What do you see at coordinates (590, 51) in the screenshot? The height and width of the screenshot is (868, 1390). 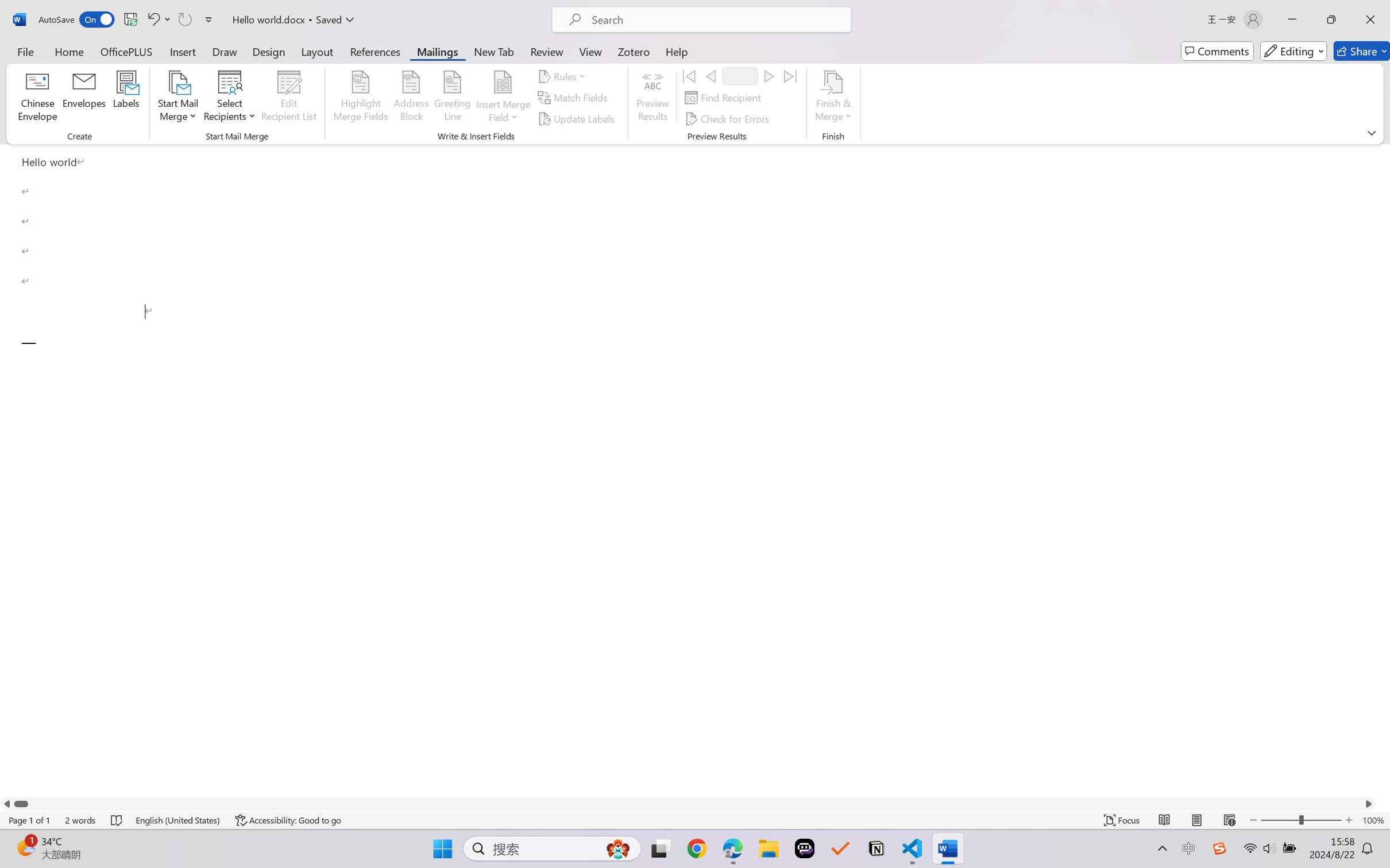 I see `'View'` at bounding box center [590, 51].